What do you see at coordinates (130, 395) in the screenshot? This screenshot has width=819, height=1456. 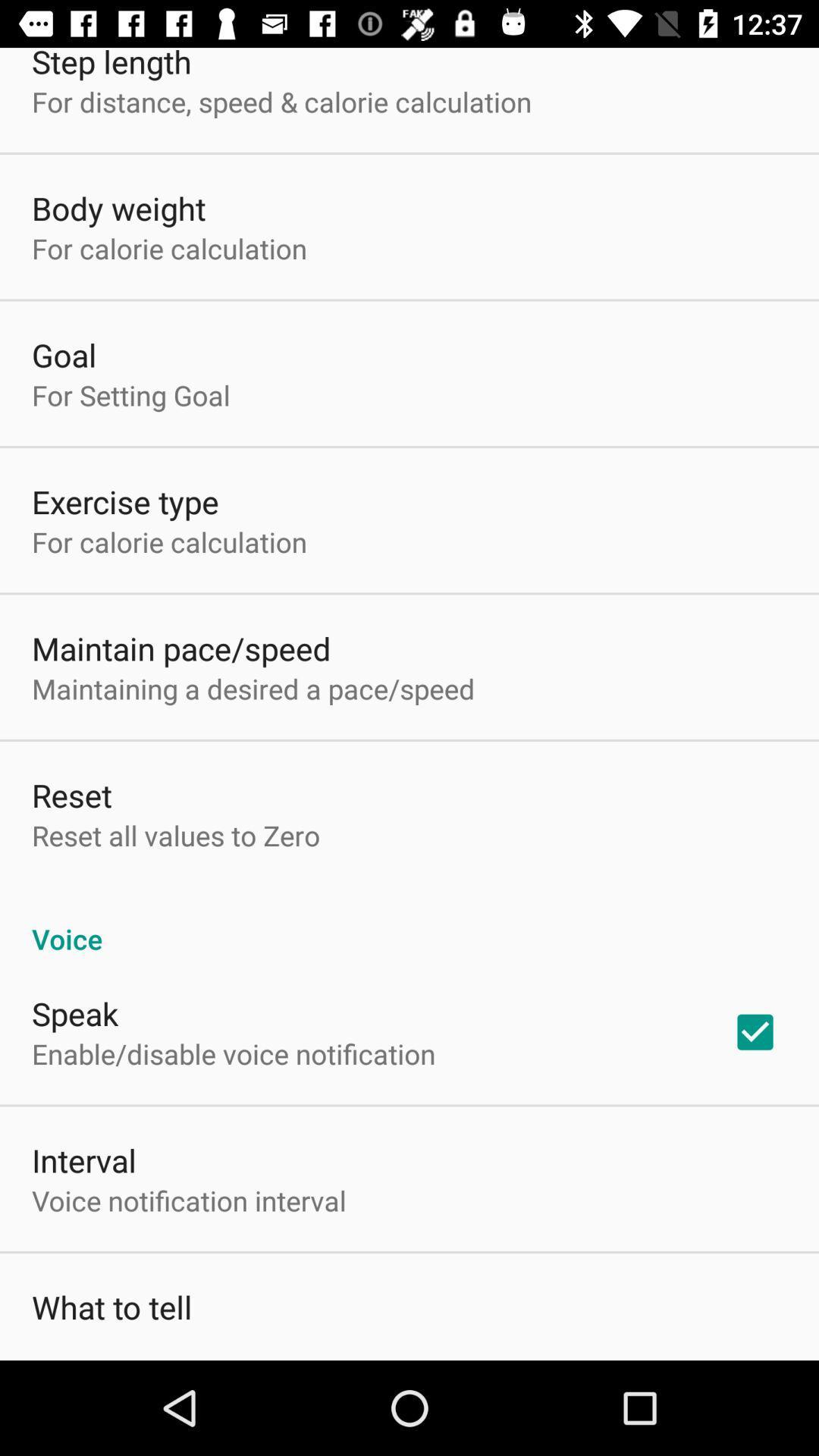 I see `app below goal icon` at bounding box center [130, 395].